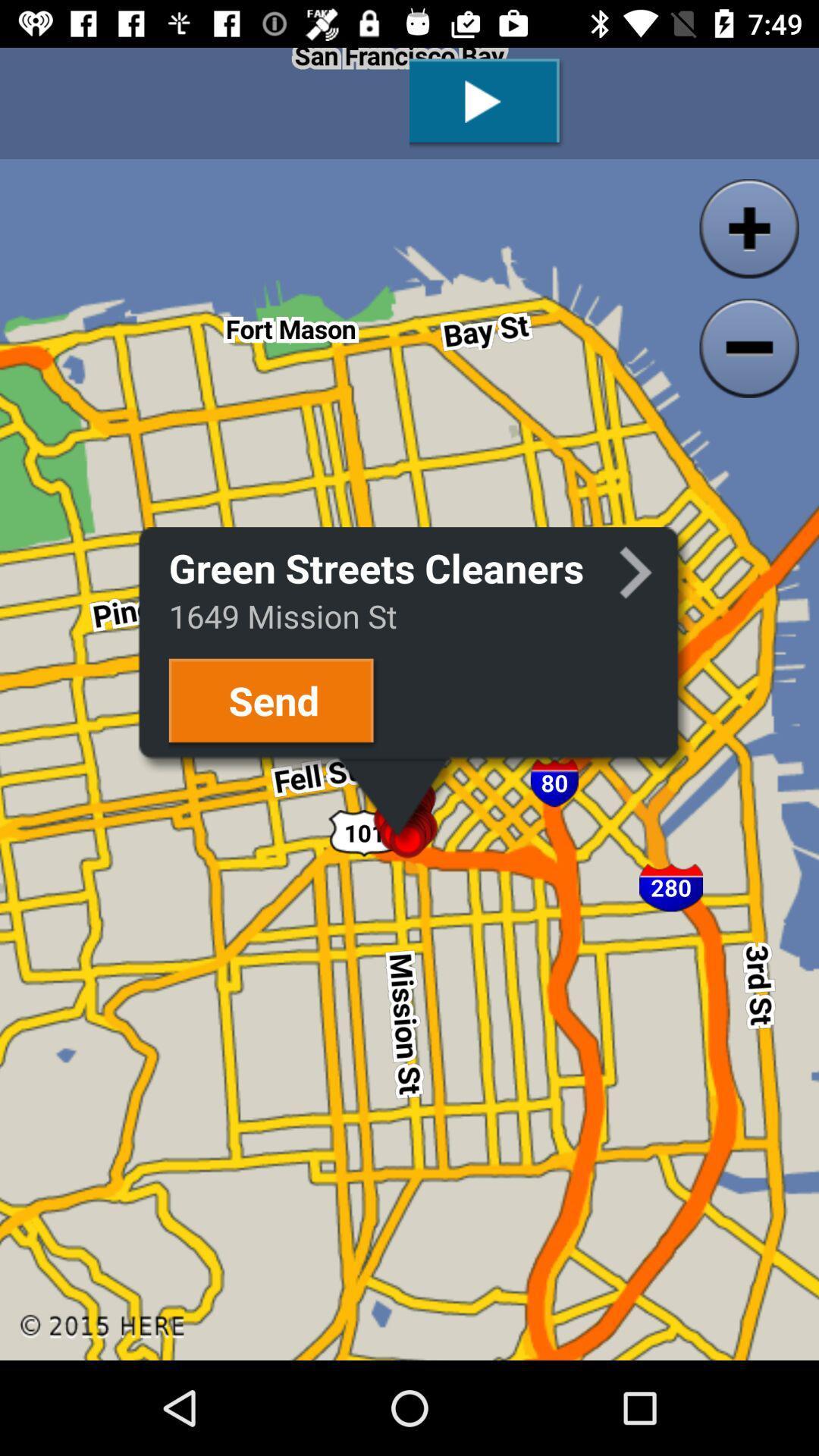 This screenshot has height=1456, width=819. I want to click on send, so click(274, 702).